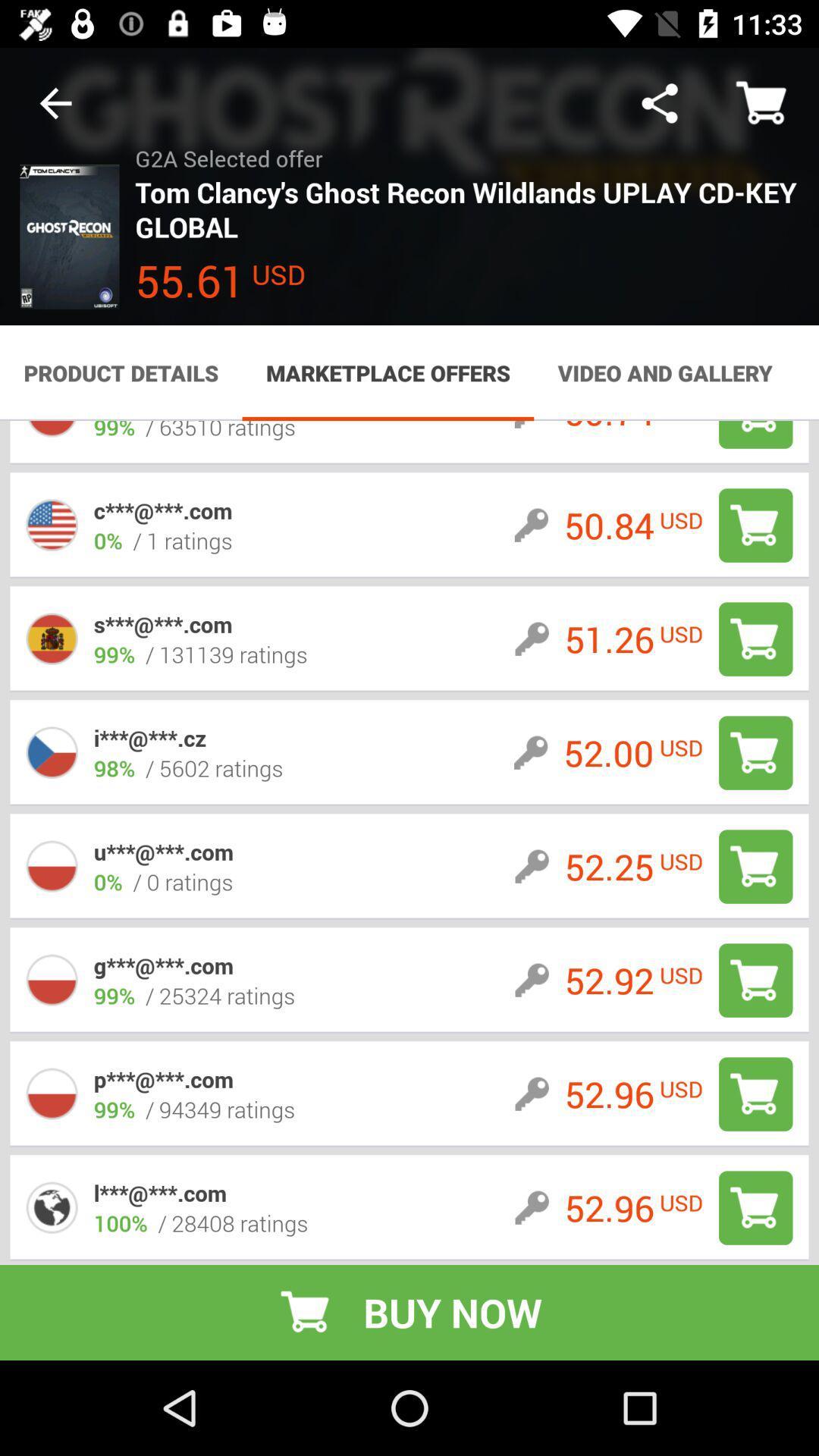 The image size is (819, 1456). Describe the element at coordinates (755, 639) in the screenshot. I see `shopping` at that location.